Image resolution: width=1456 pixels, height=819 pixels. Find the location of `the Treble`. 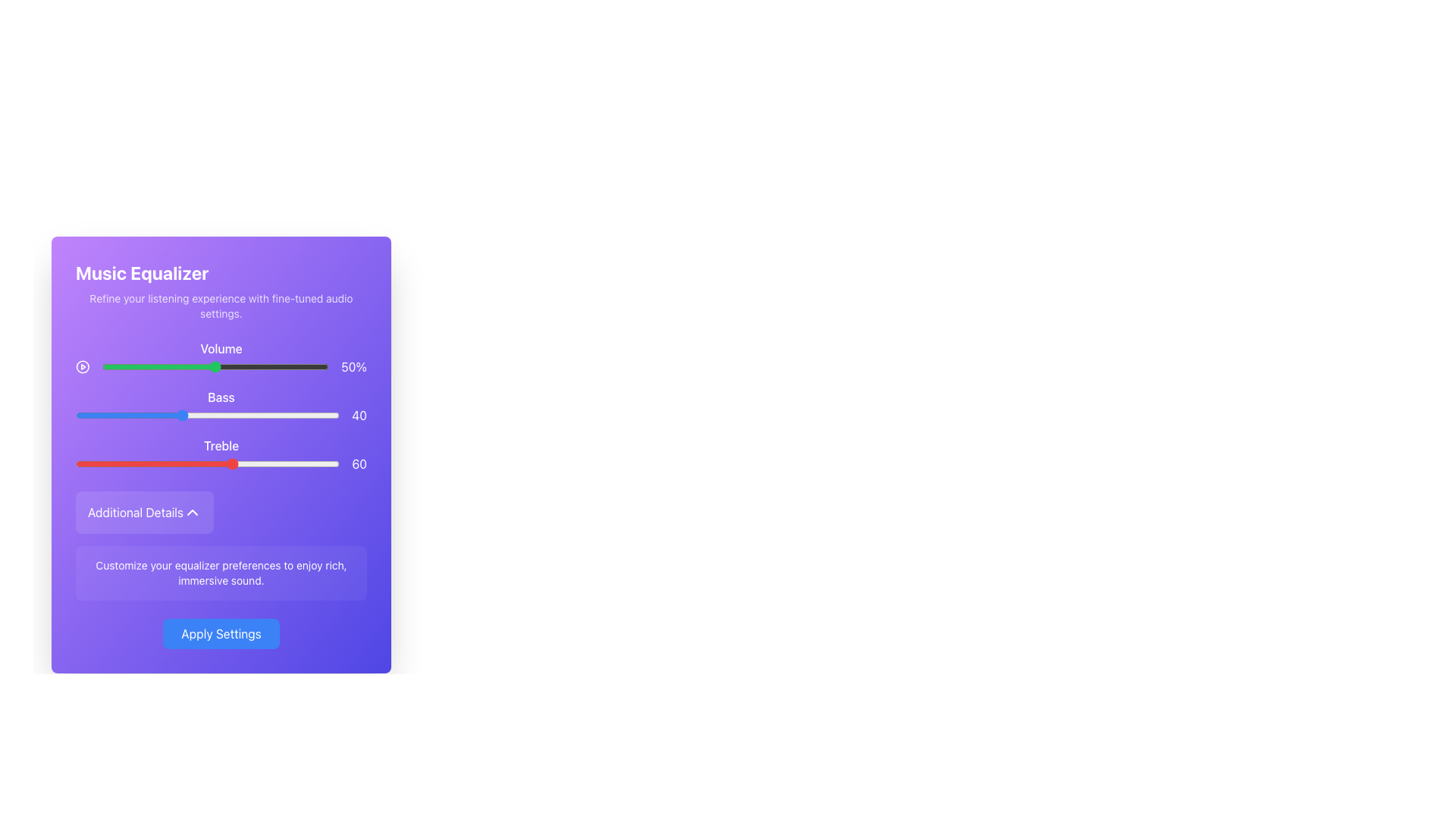

the Treble is located at coordinates (244, 463).